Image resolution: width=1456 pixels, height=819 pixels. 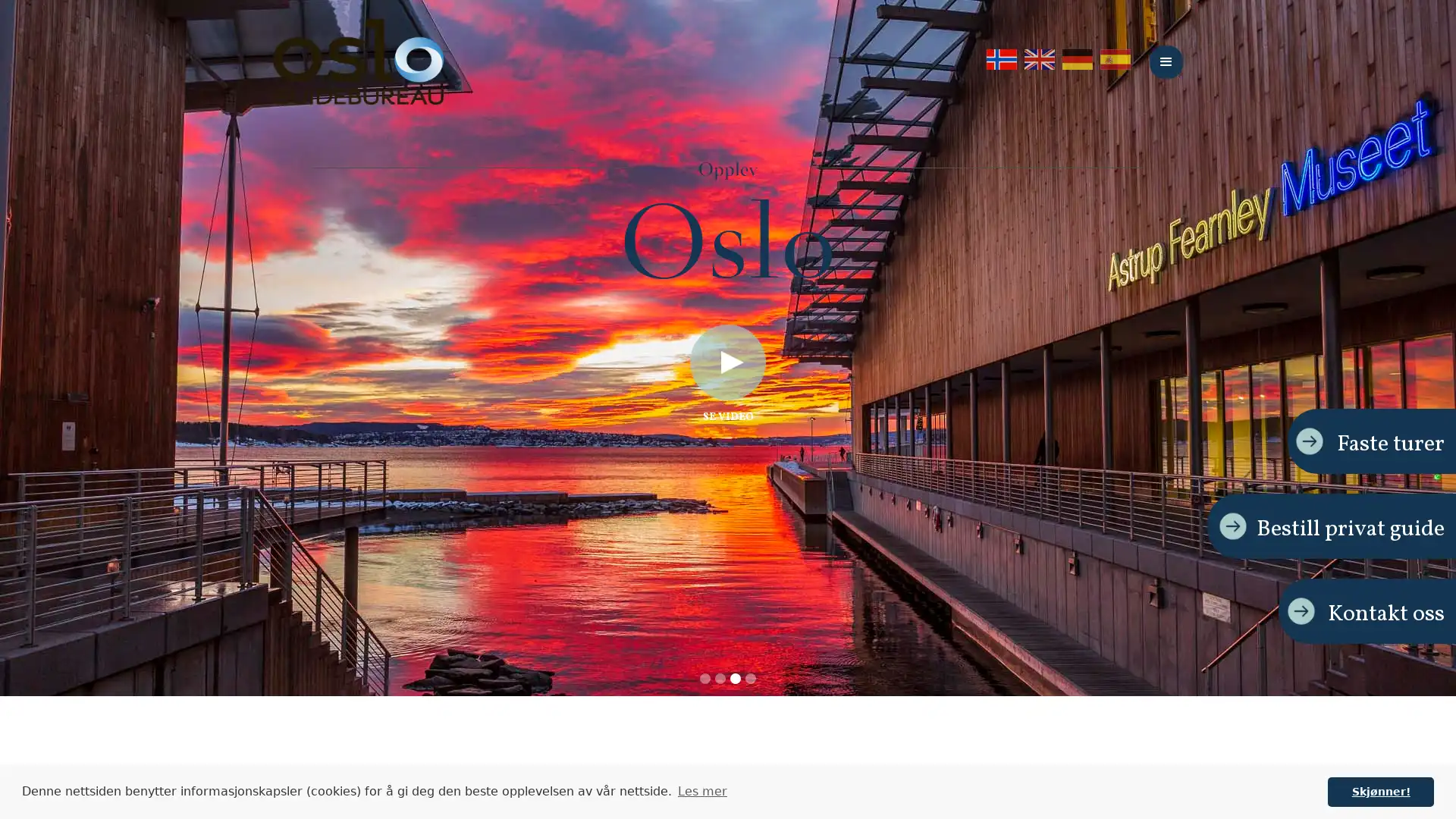 What do you see at coordinates (704, 677) in the screenshot?
I see `Show slide 1 of 4` at bounding box center [704, 677].